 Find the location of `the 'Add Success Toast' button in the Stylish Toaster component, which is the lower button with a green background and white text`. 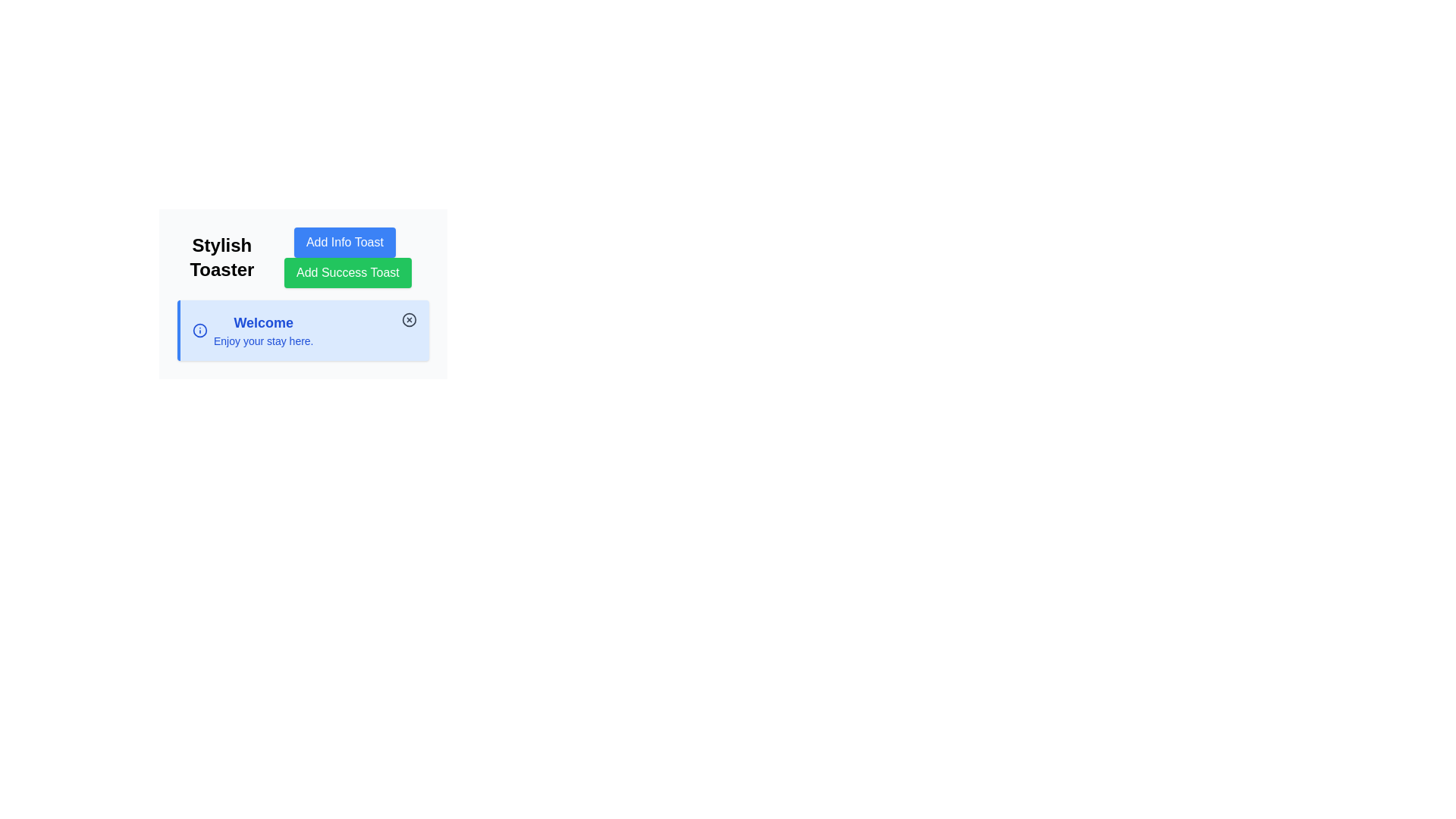

the 'Add Success Toast' button in the Stylish Toaster component, which is the lower button with a green background and white text is located at coordinates (347, 256).